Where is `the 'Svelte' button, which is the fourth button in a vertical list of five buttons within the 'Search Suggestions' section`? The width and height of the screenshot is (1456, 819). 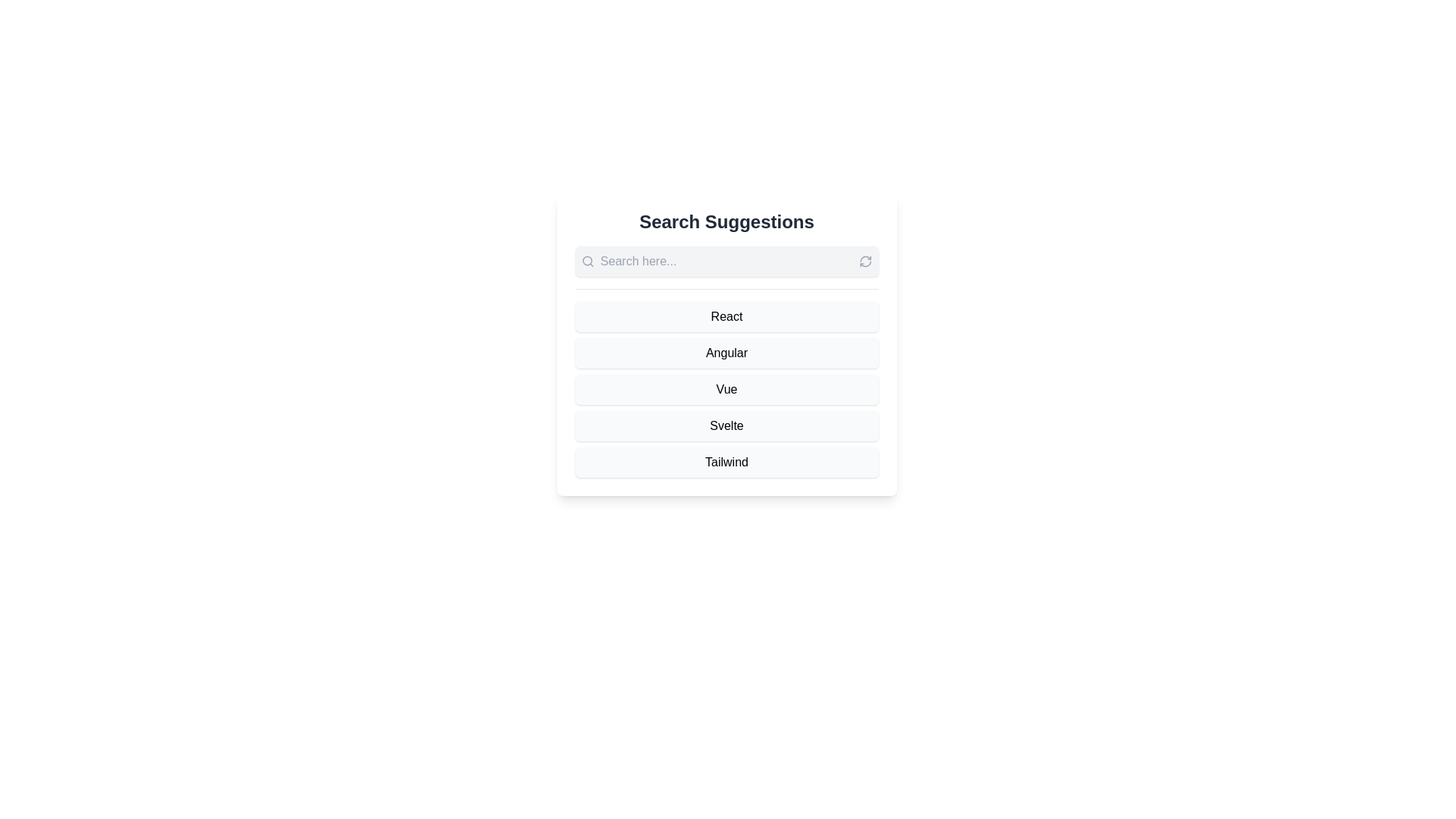 the 'Svelte' button, which is the fourth button in a vertical list of five buttons within the 'Search Suggestions' section is located at coordinates (726, 426).